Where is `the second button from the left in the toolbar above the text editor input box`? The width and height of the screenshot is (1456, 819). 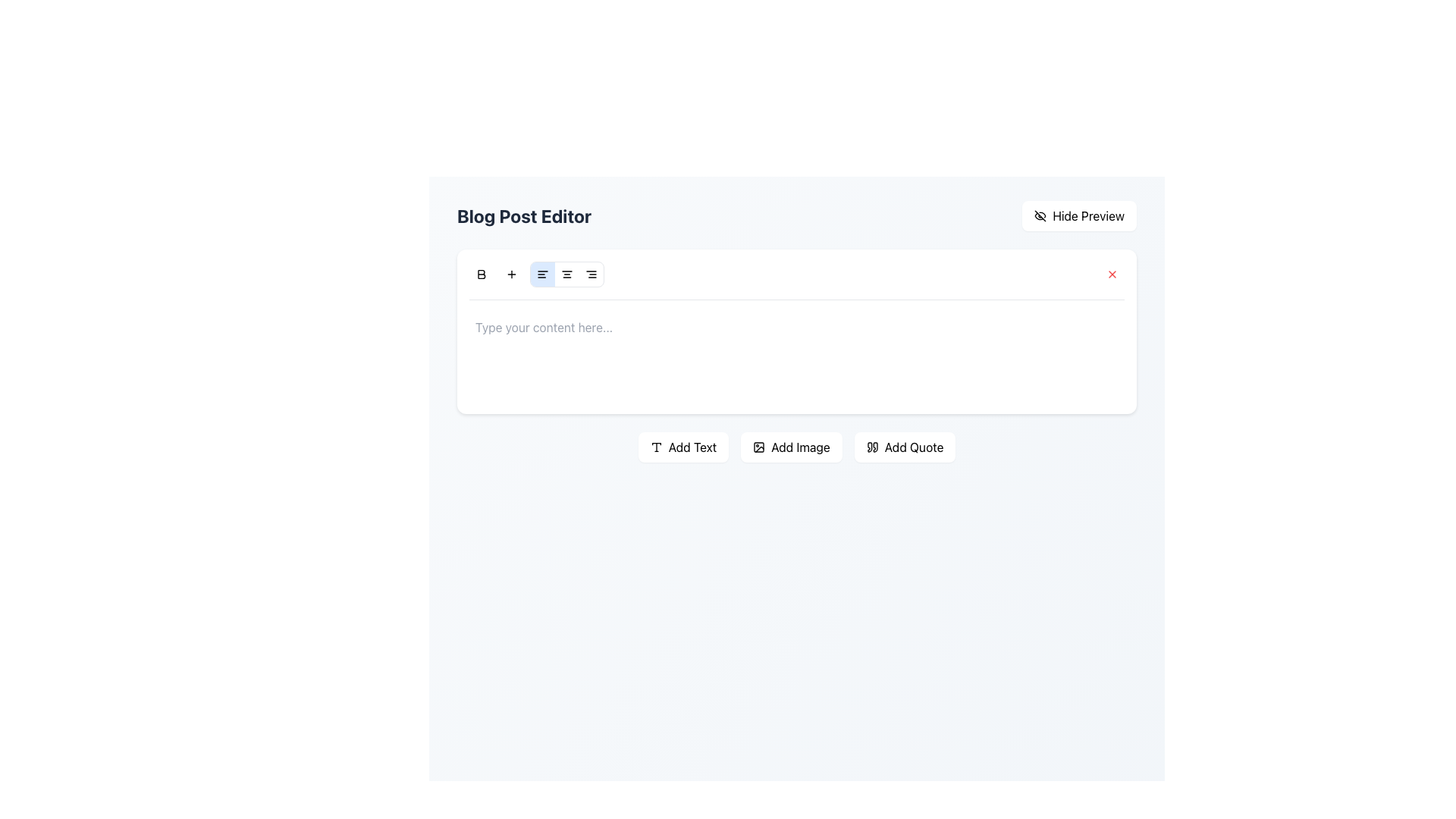 the second button from the left in the toolbar above the text editor input box is located at coordinates (512, 275).